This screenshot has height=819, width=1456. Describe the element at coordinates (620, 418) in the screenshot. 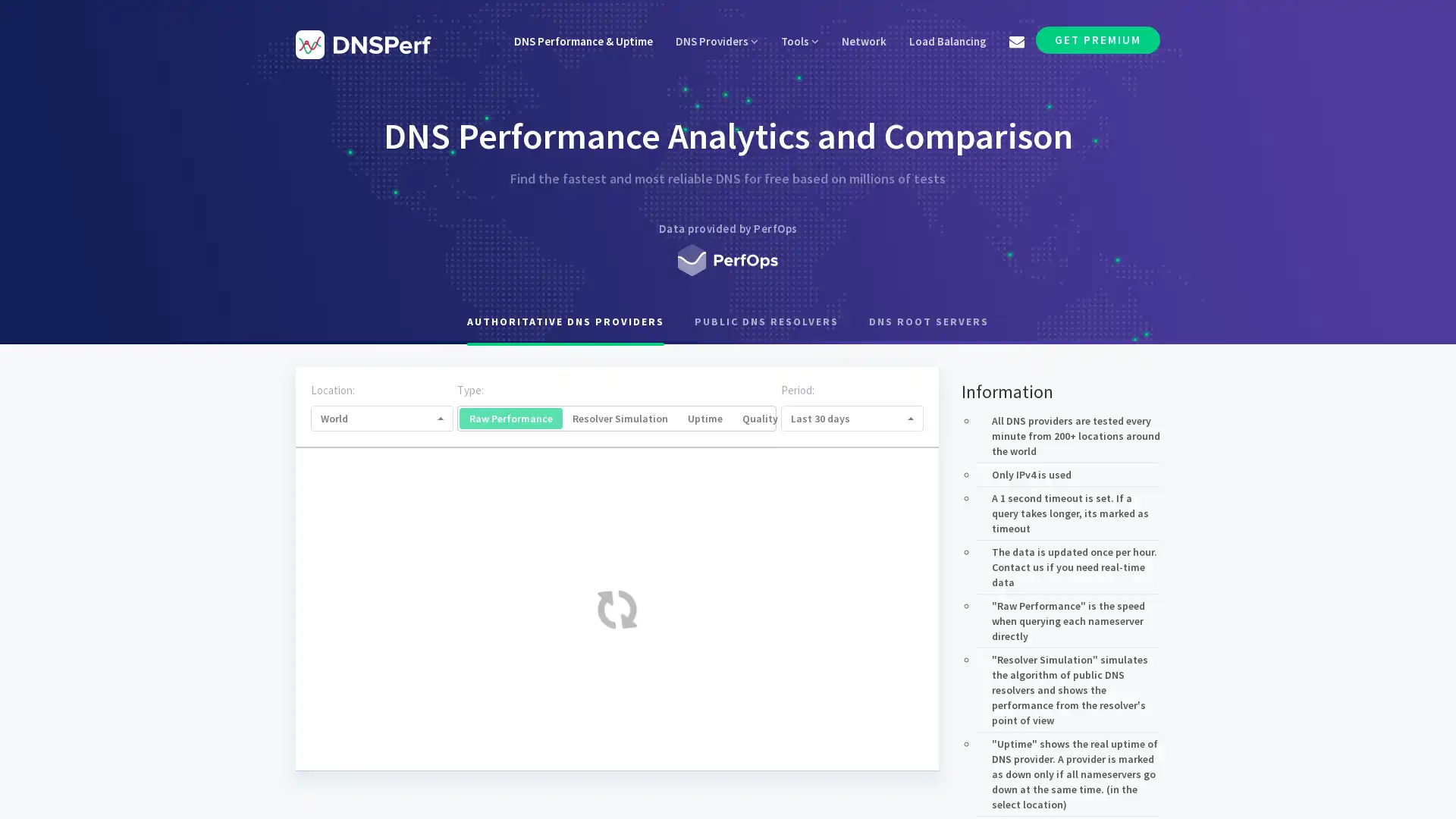

I see `Resolver Simulation` at that location.